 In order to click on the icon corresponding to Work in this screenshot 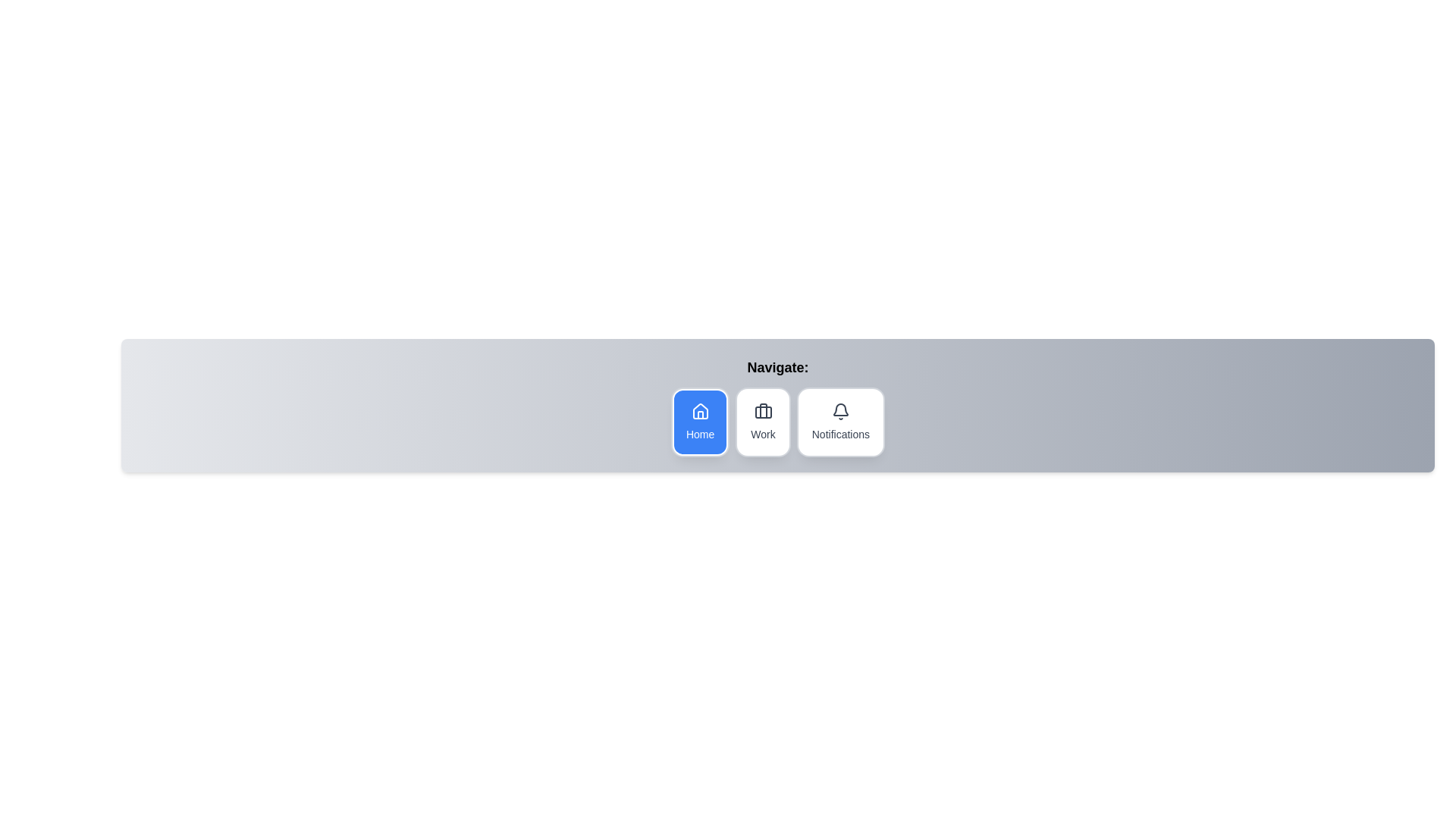, I will do `click(763, 422)`.